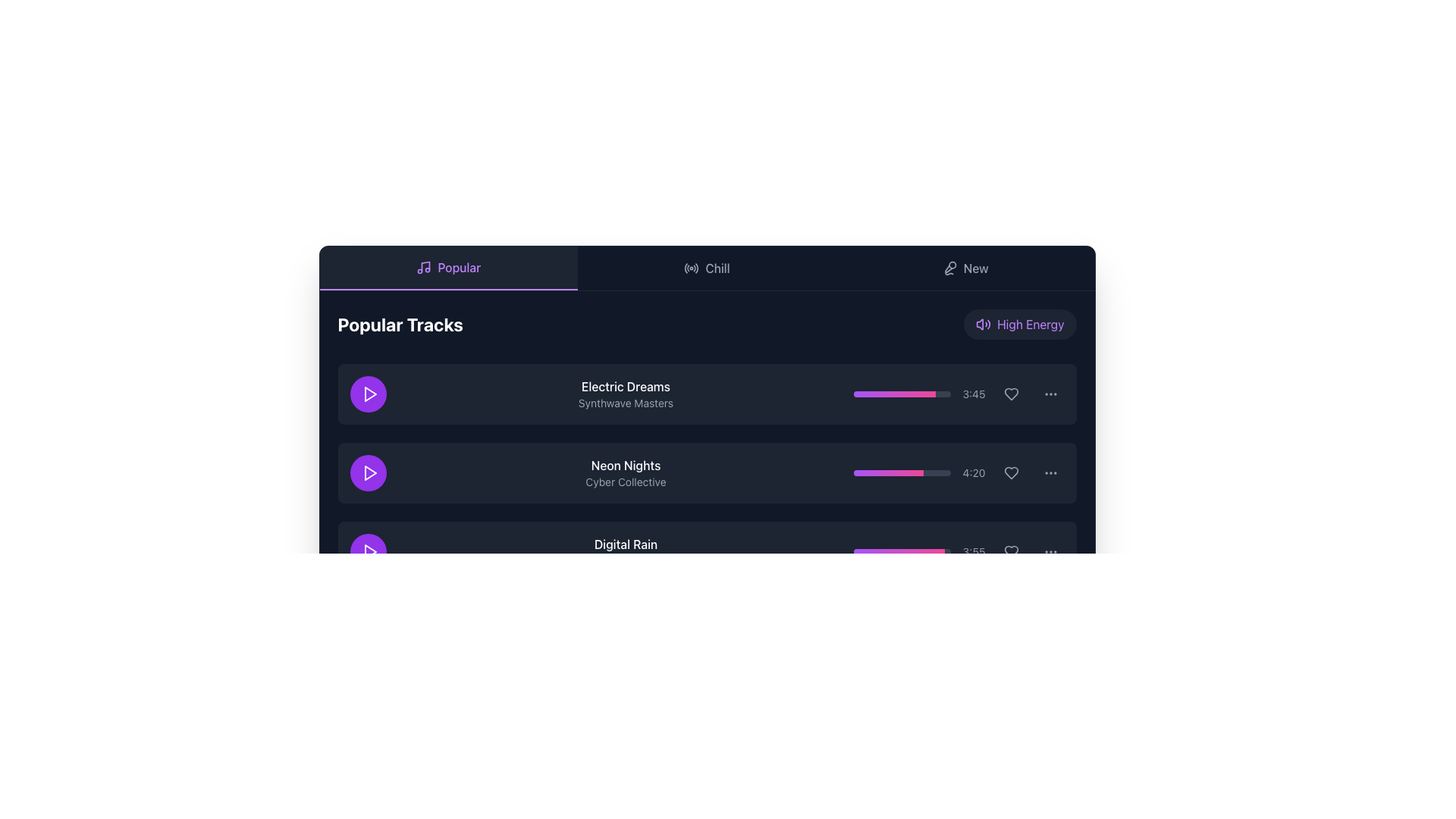 The image size is (1456, 819). I want to click on the button that accesses or views new content, located at the rightmost position in a group of three buttons, so click(965, 268).